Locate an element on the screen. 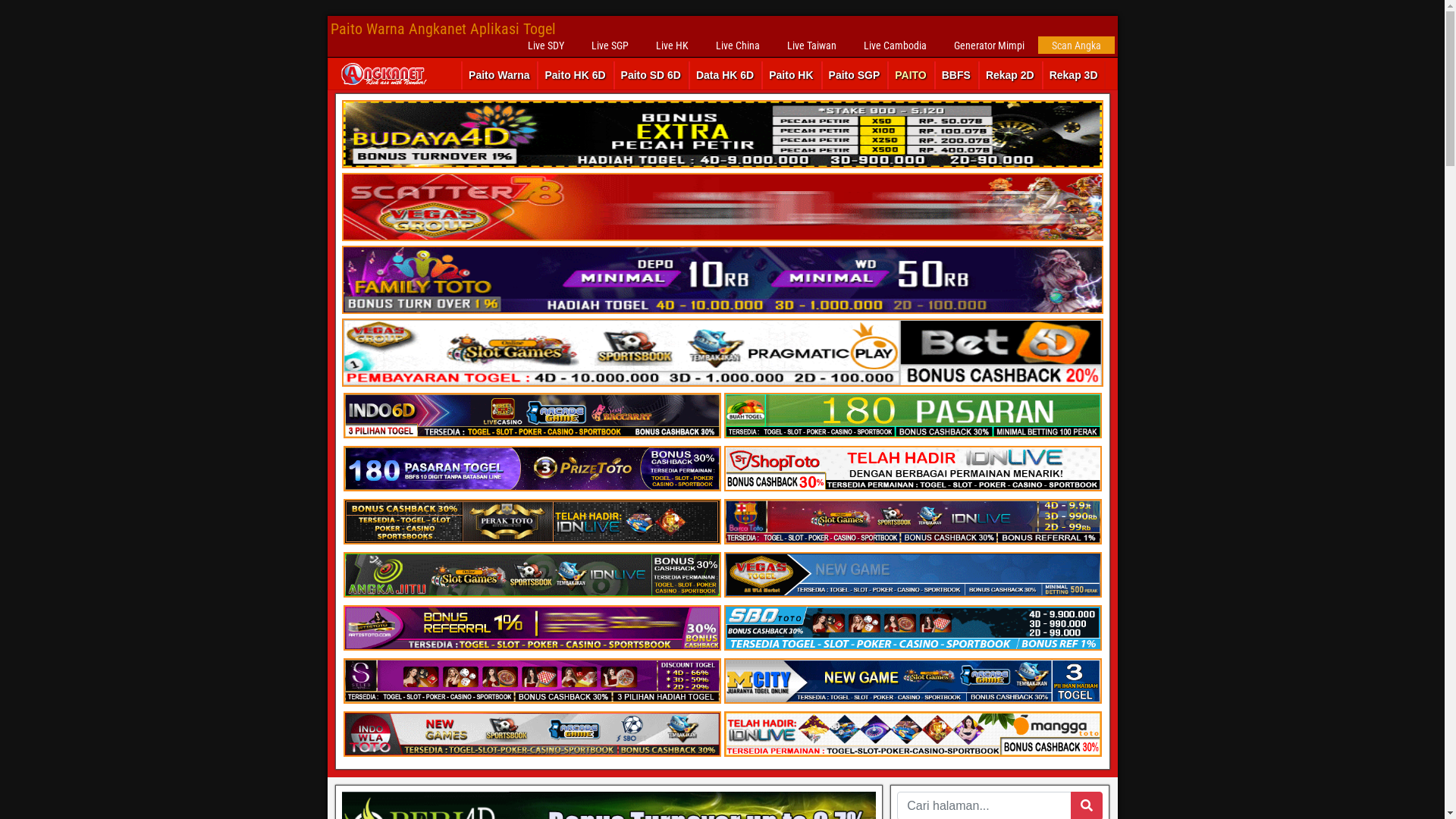  'Live SGP' is located at coordinates (577, 45).